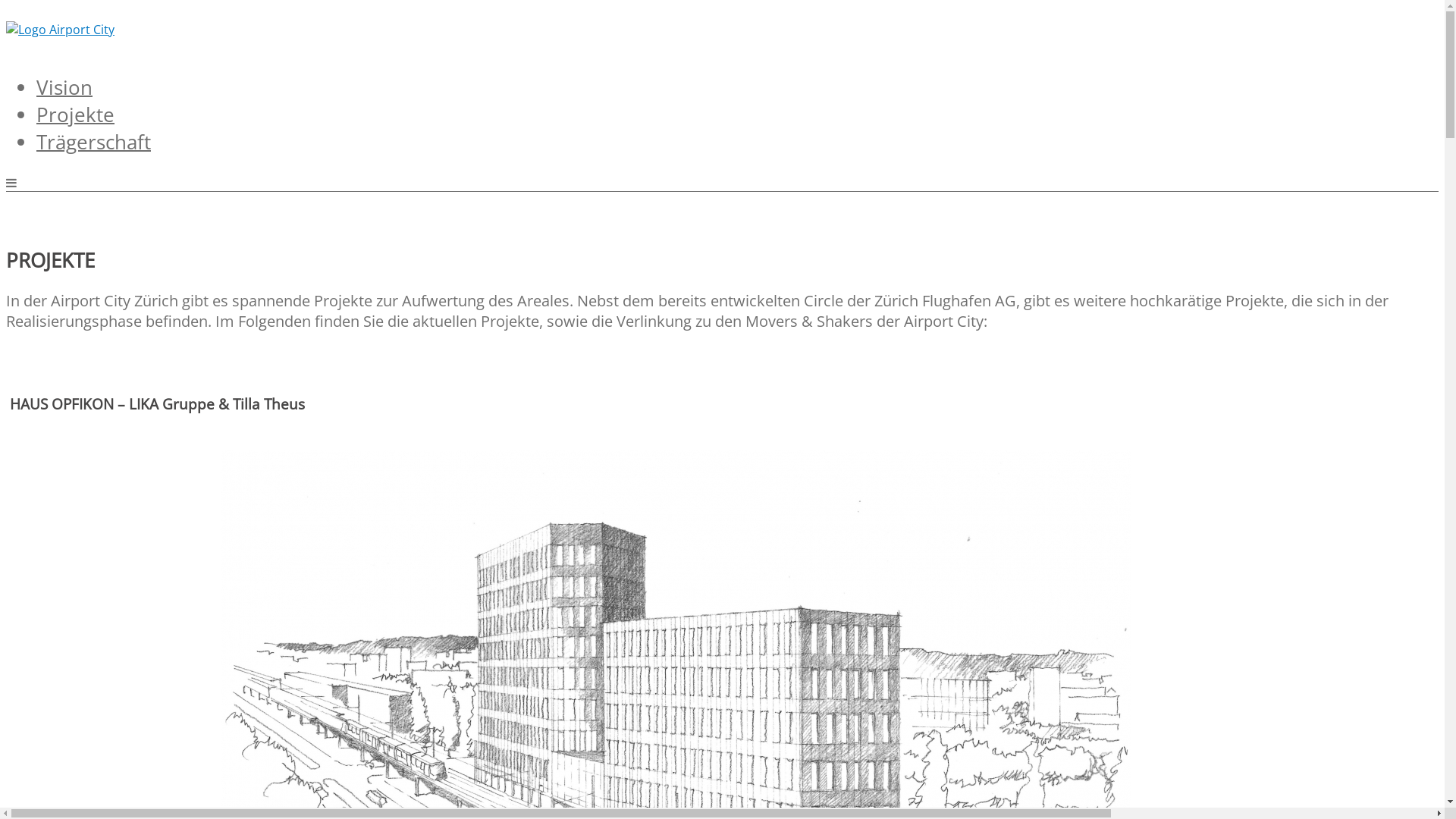 The image size is (1456, 819). I want to click on 'Vision', so click(36, 81).